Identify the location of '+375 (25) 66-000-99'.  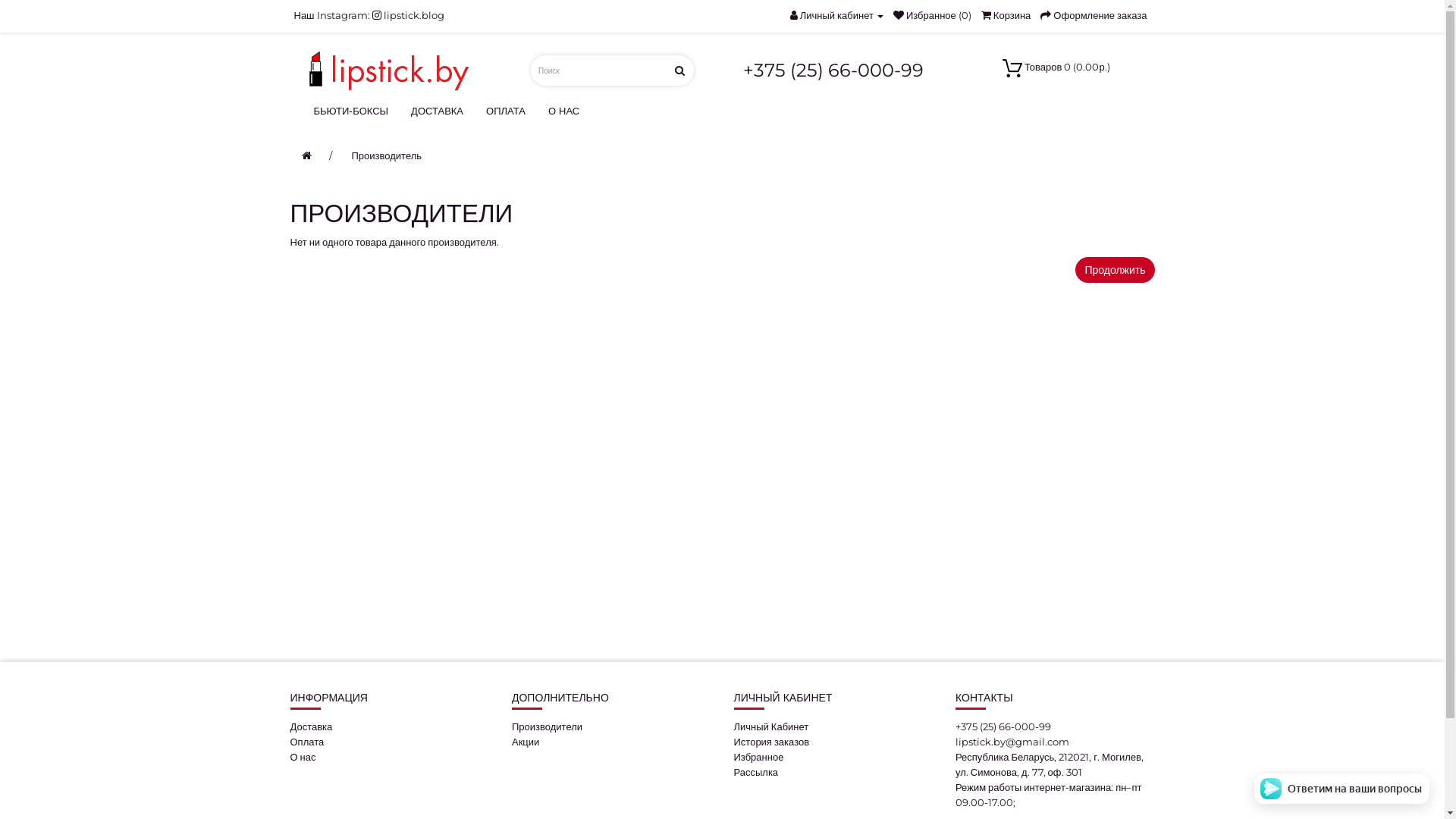
(833, 70).